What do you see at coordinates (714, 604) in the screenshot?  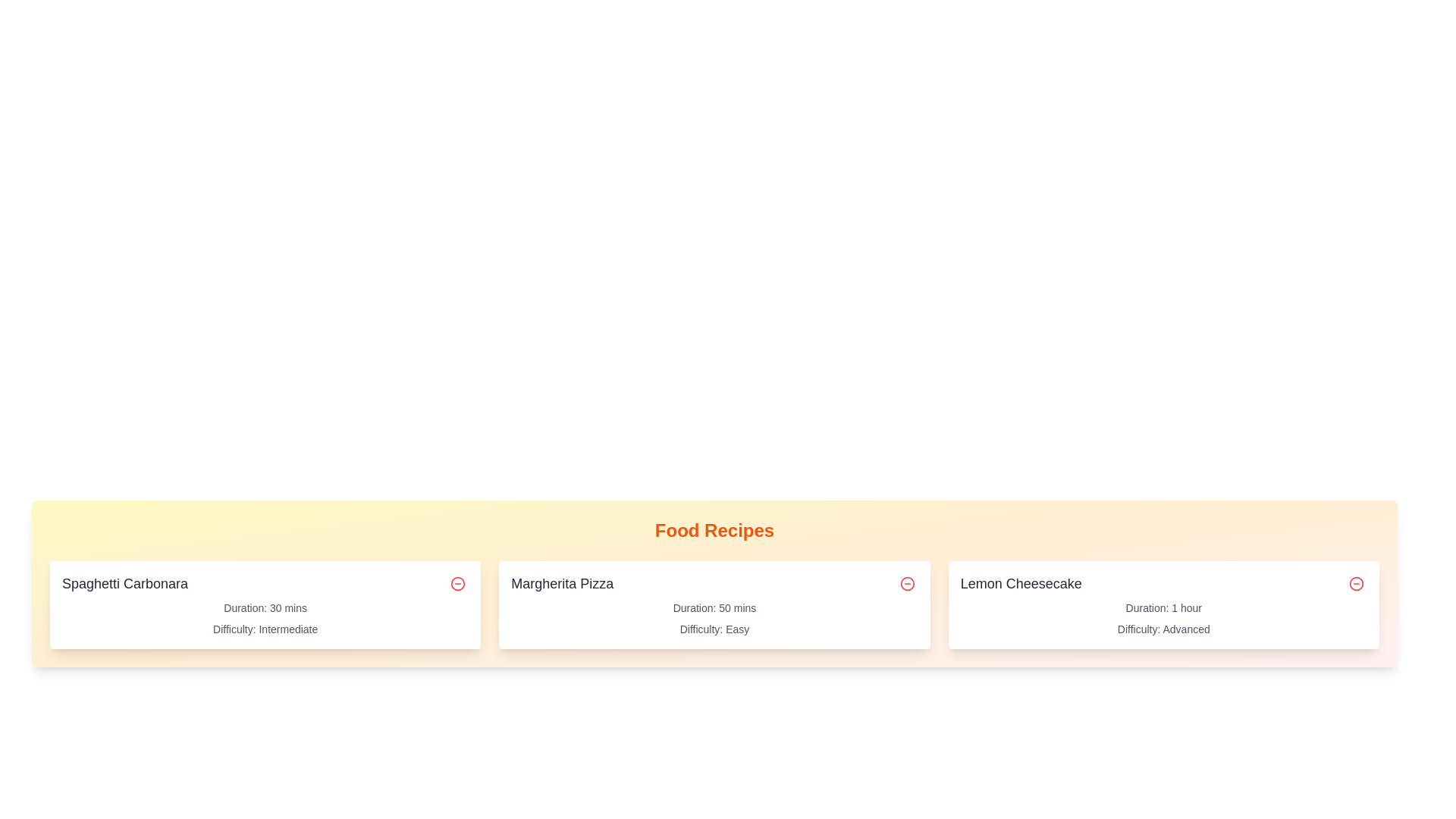 I see `the recipe card displaying information about a recipe, located in the center of a 3-column grid, specifically the second card from the left` at bounding box center [714, 604].